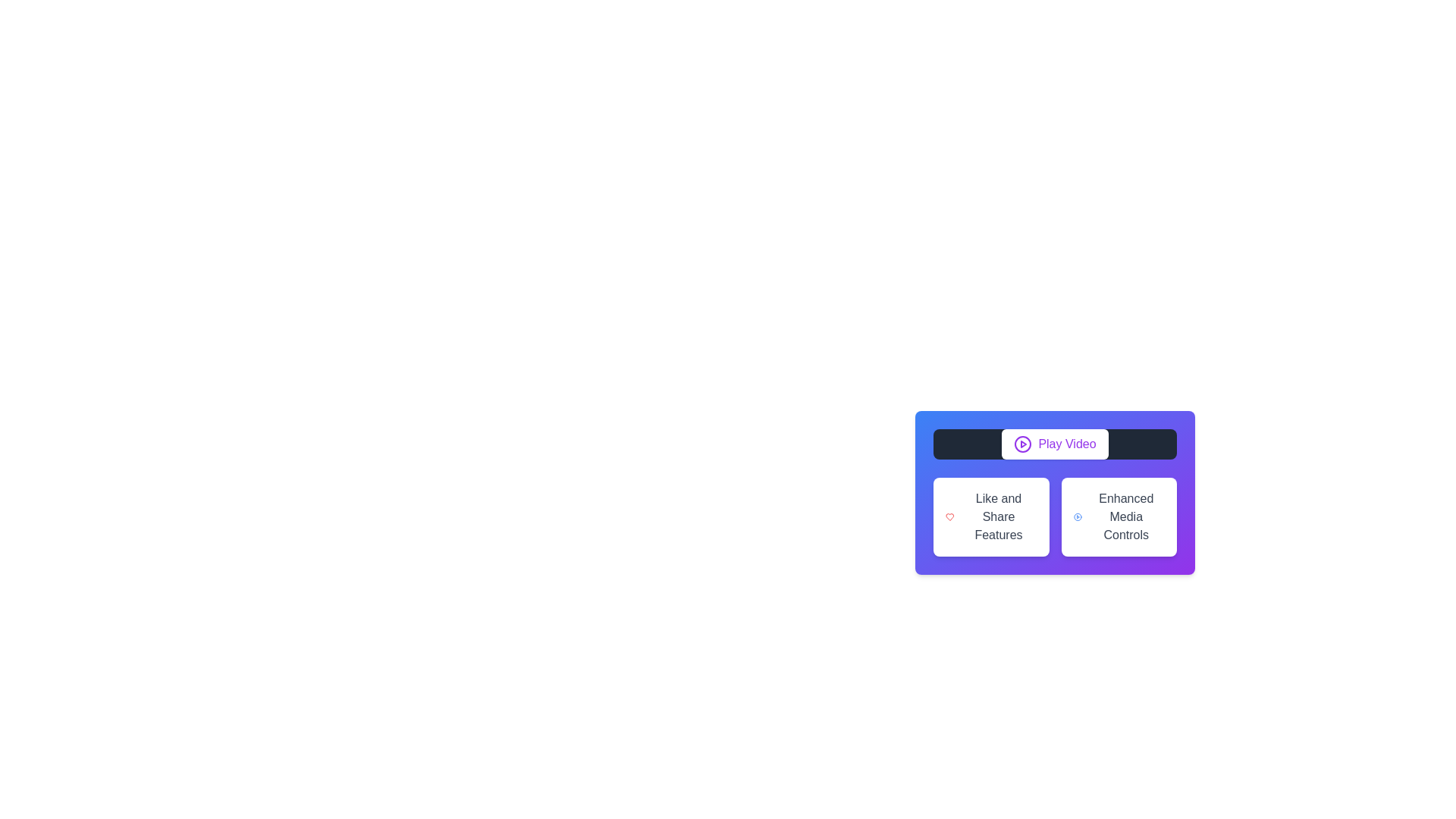  What do you see at coordinates (1023, 444) in the screenshot?
I see `the circular icon with a play symbol in its center, which has a purple border and white interior, located within the 'Play Video' button` at bounding box center [1023, 444].